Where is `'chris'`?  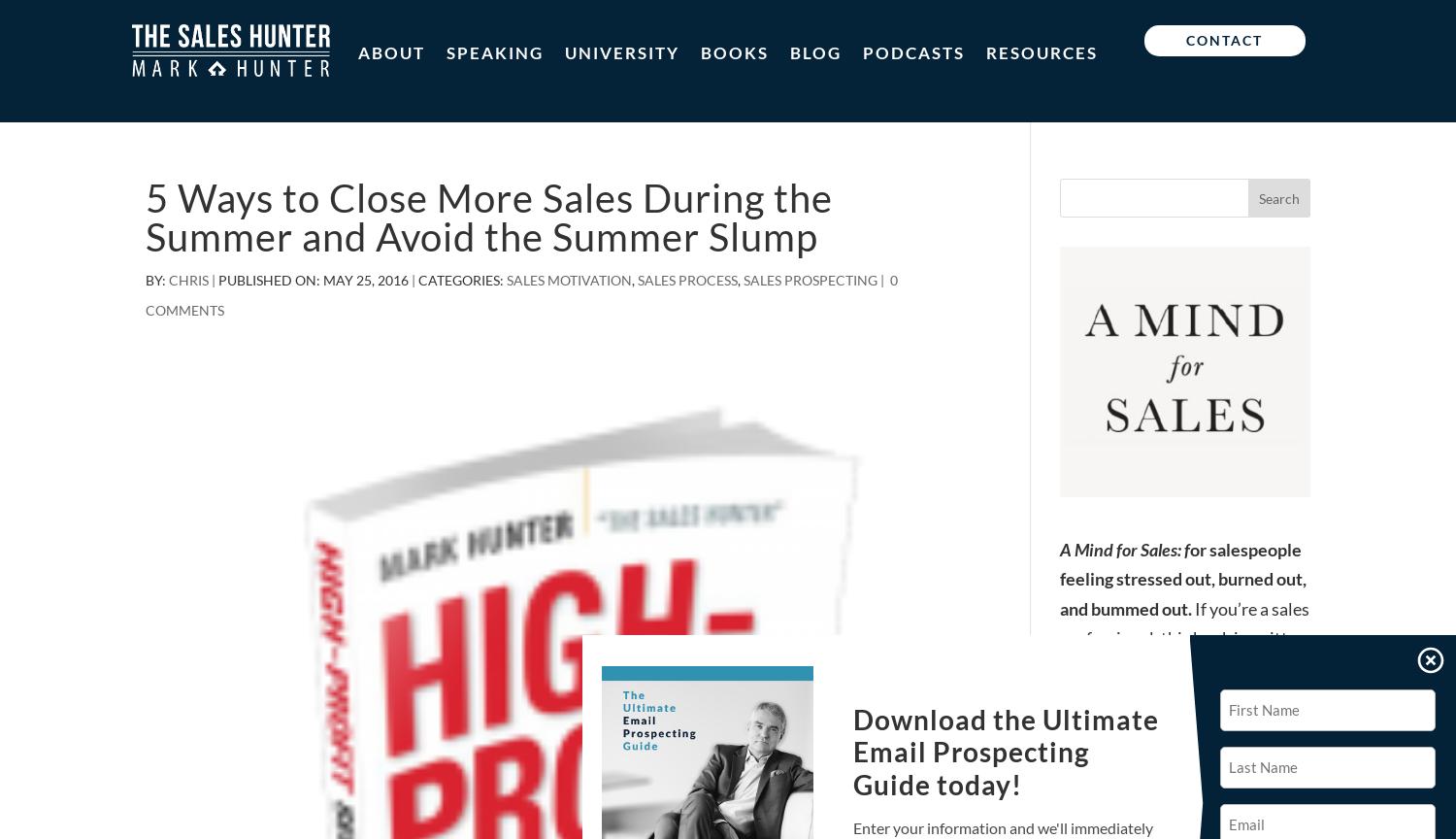
'chris' is located at coordinates (169, 280).